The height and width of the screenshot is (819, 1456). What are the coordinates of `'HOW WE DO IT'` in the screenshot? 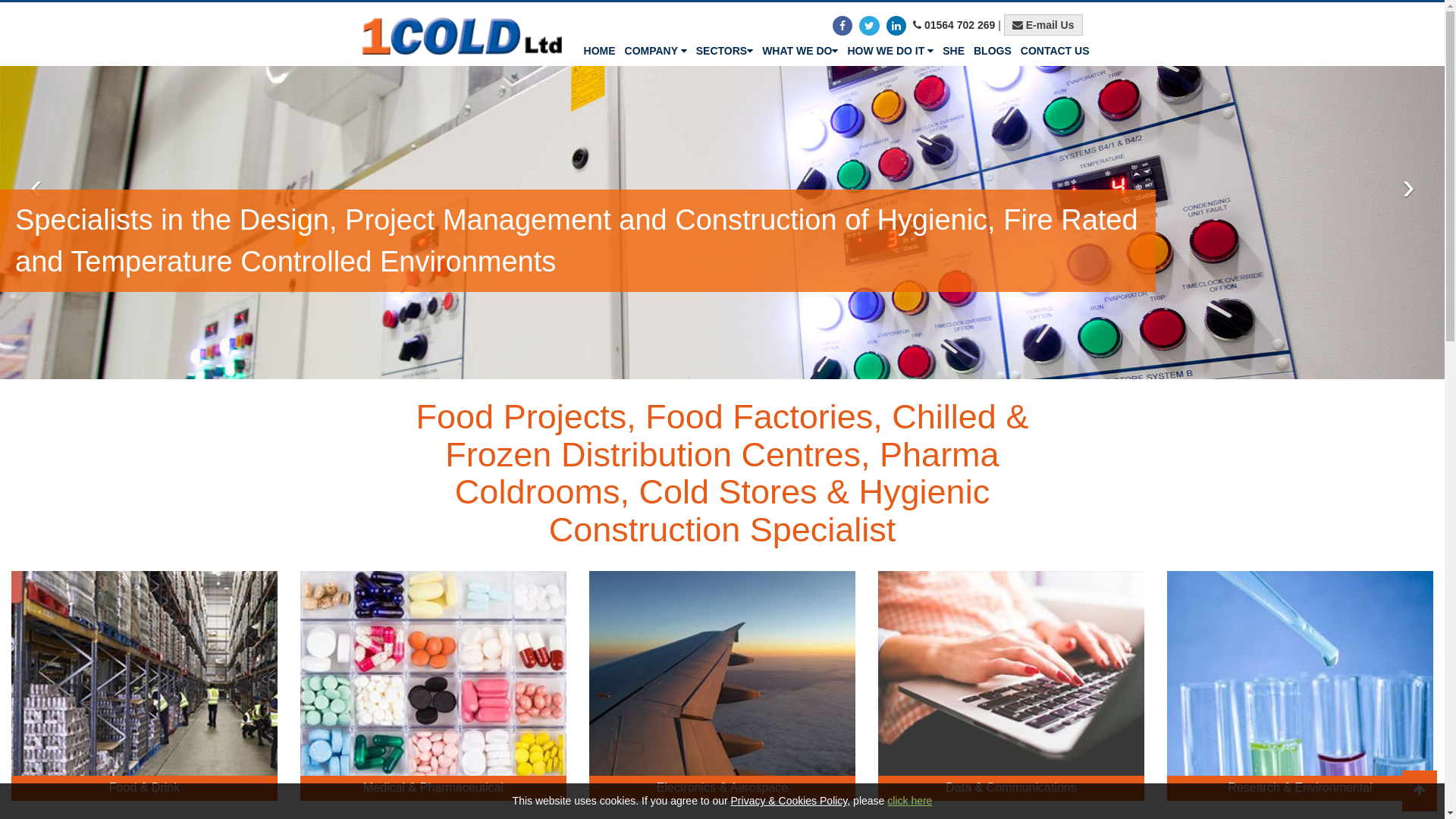 It's located at (890, 49).